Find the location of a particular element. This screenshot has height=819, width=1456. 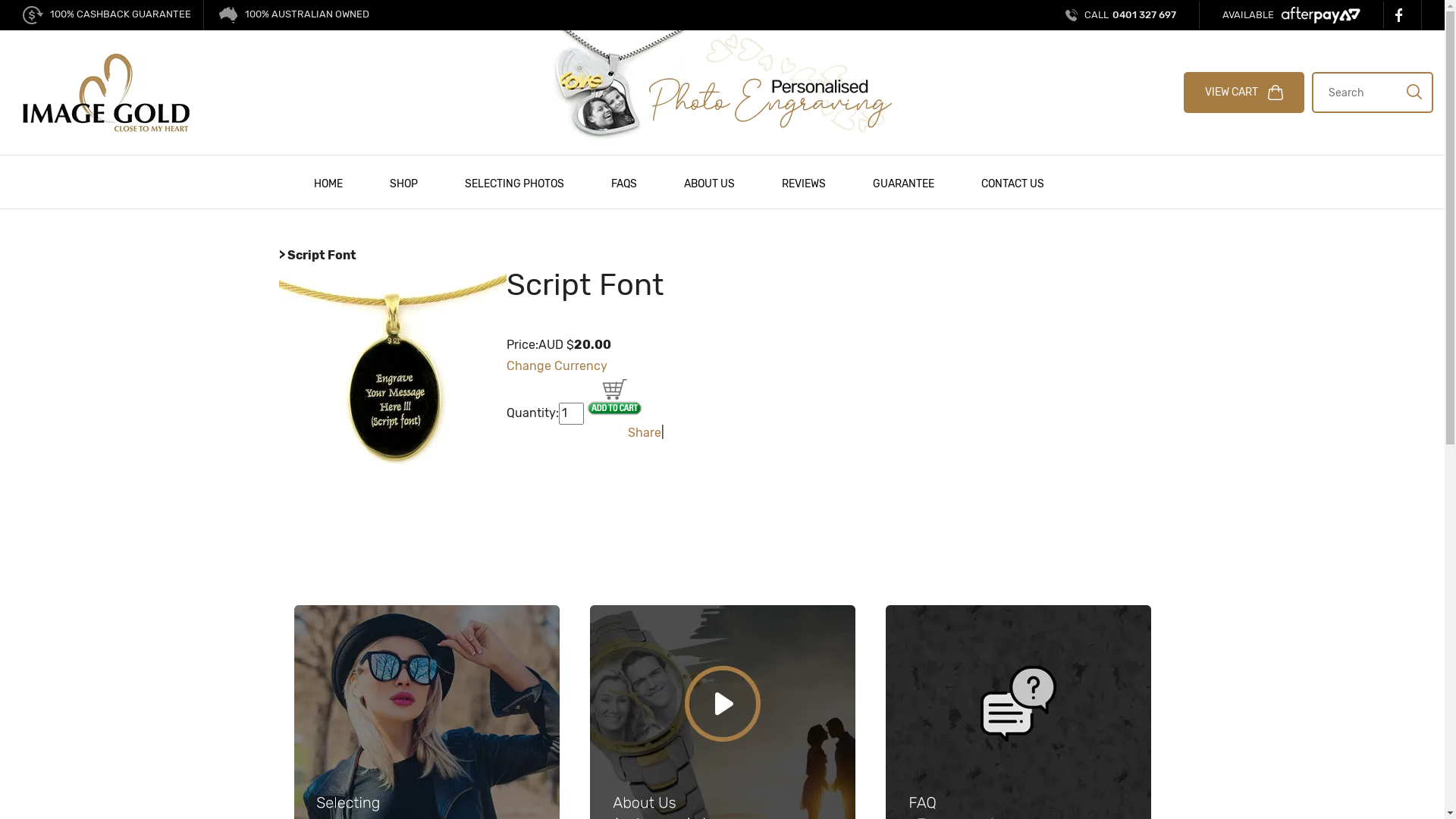

'facebook' is located at coordinates (1401, 14).